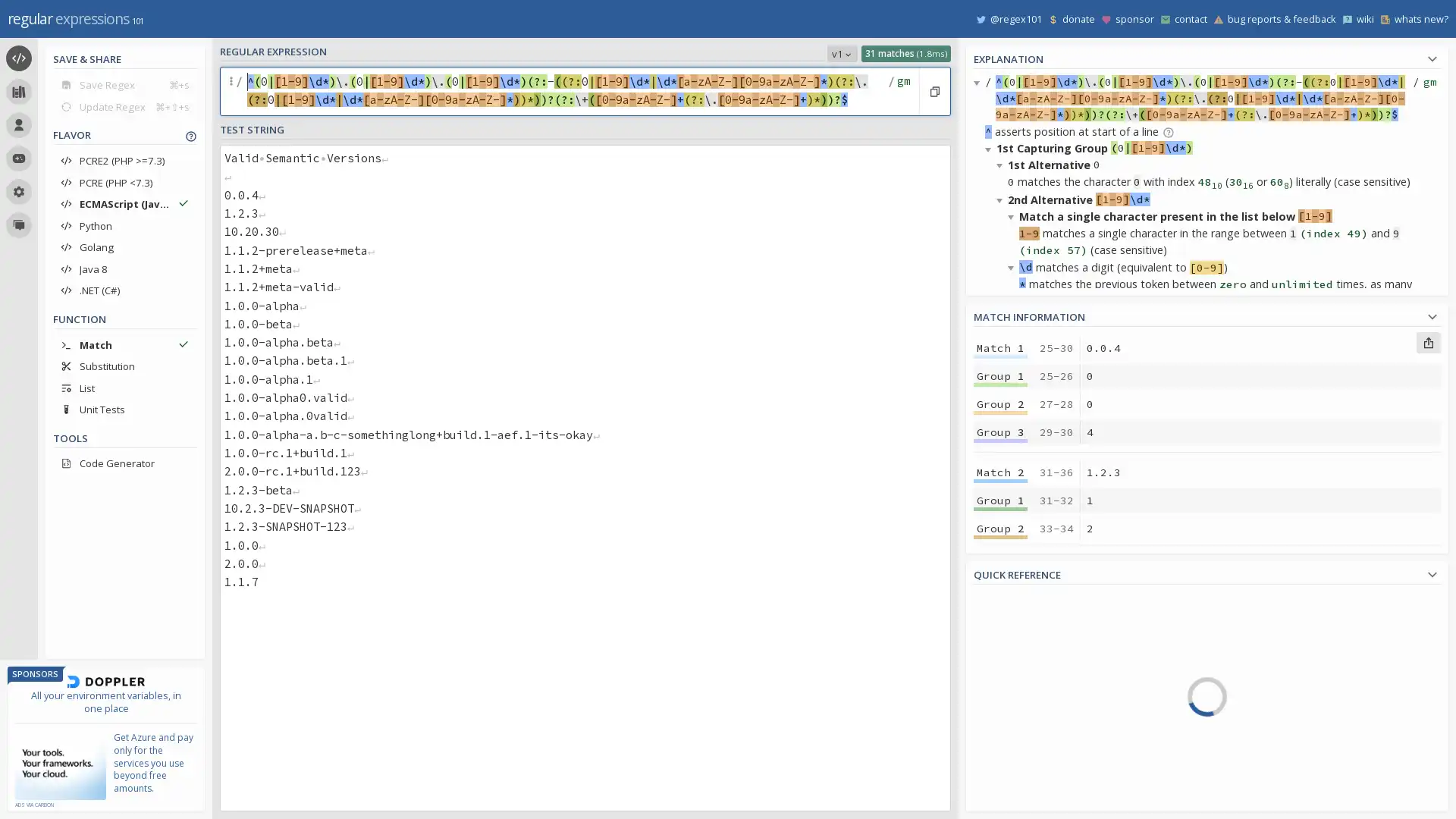 The image size is (1456, 819). What do you see at coordinates (1000, 625) in the screenshot?
I see `Group 1` at bounding box center [1000, 625].